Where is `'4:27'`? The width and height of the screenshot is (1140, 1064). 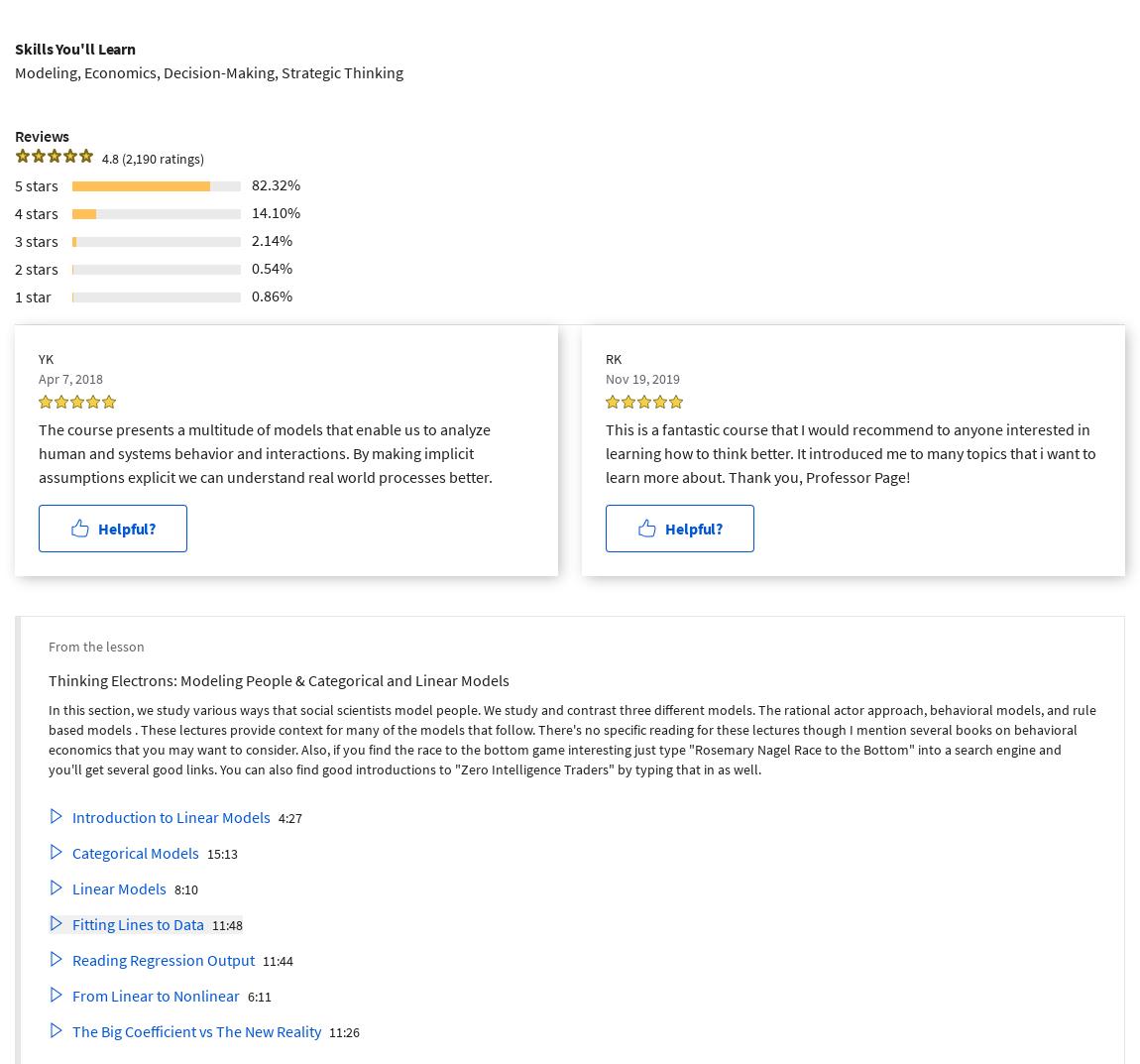
'4:27' is located at coordinates (290, 816).